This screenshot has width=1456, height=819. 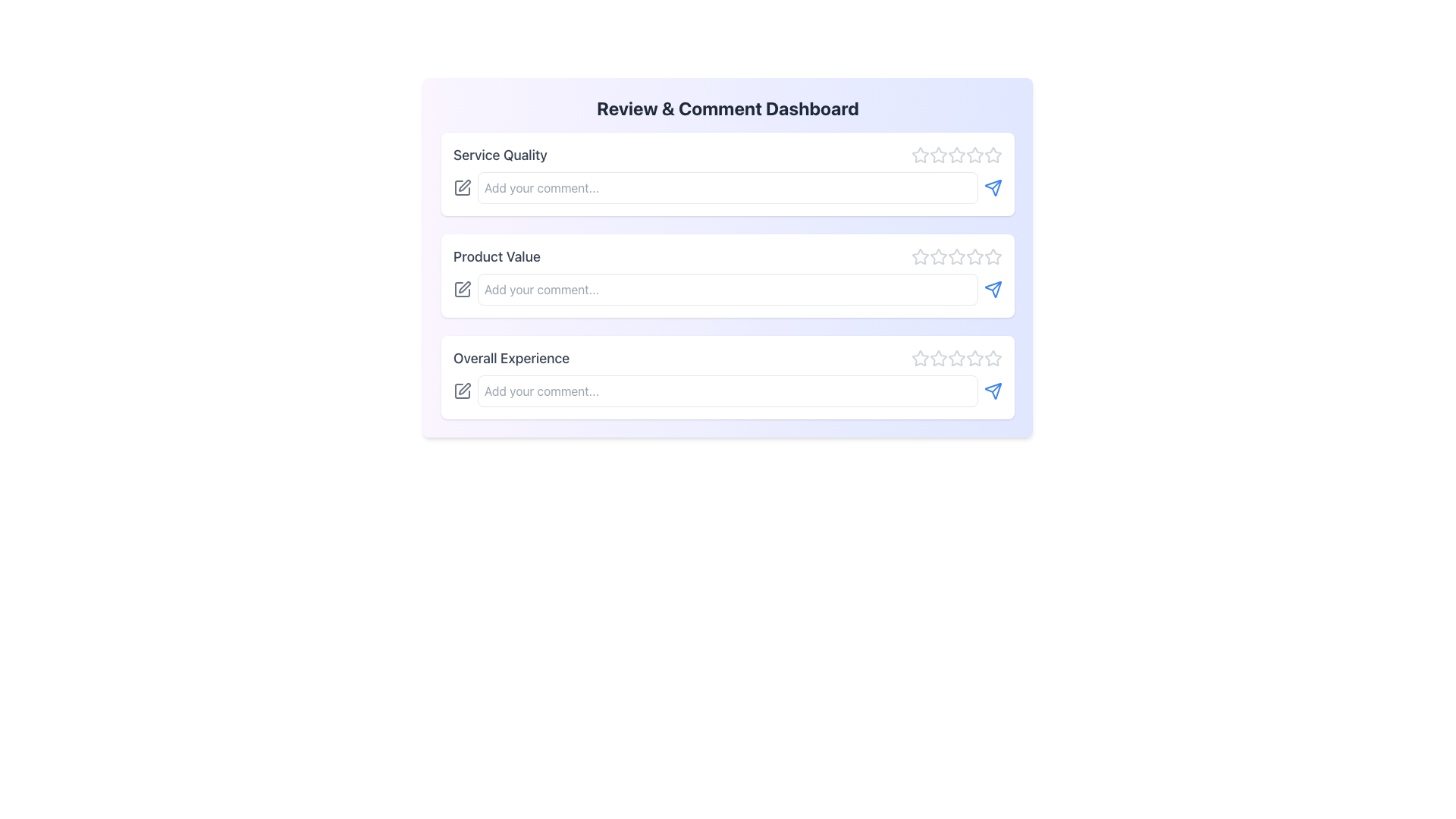 What do you see at coordinates (974, 256) in the screenshot?
I see `the fourth star in the 'Product Value' section of the rating system to rate it` at bounding box center [974, 256].